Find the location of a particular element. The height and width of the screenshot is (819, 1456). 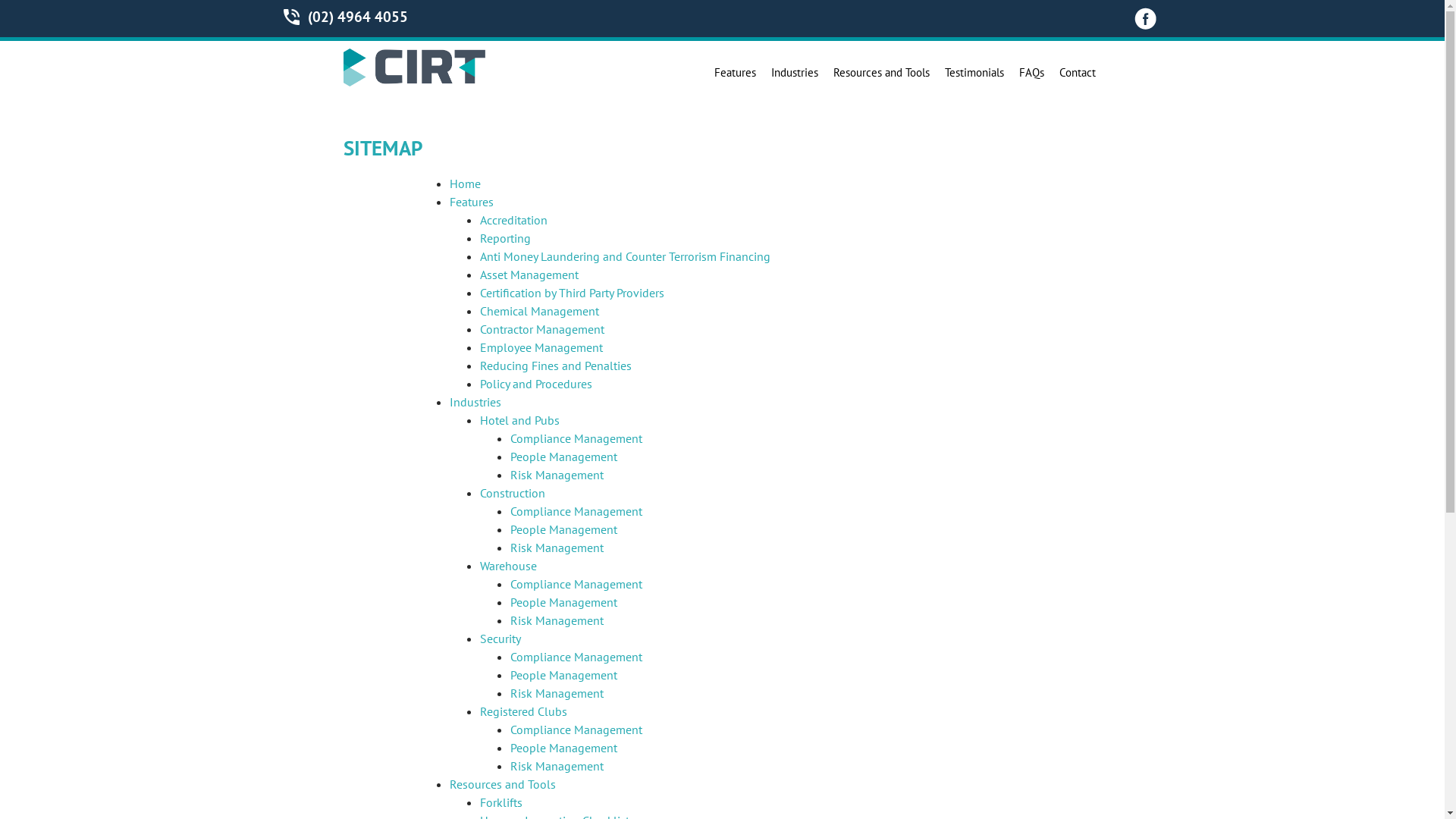

'Asset Management' is located at coordinates (528, 275).